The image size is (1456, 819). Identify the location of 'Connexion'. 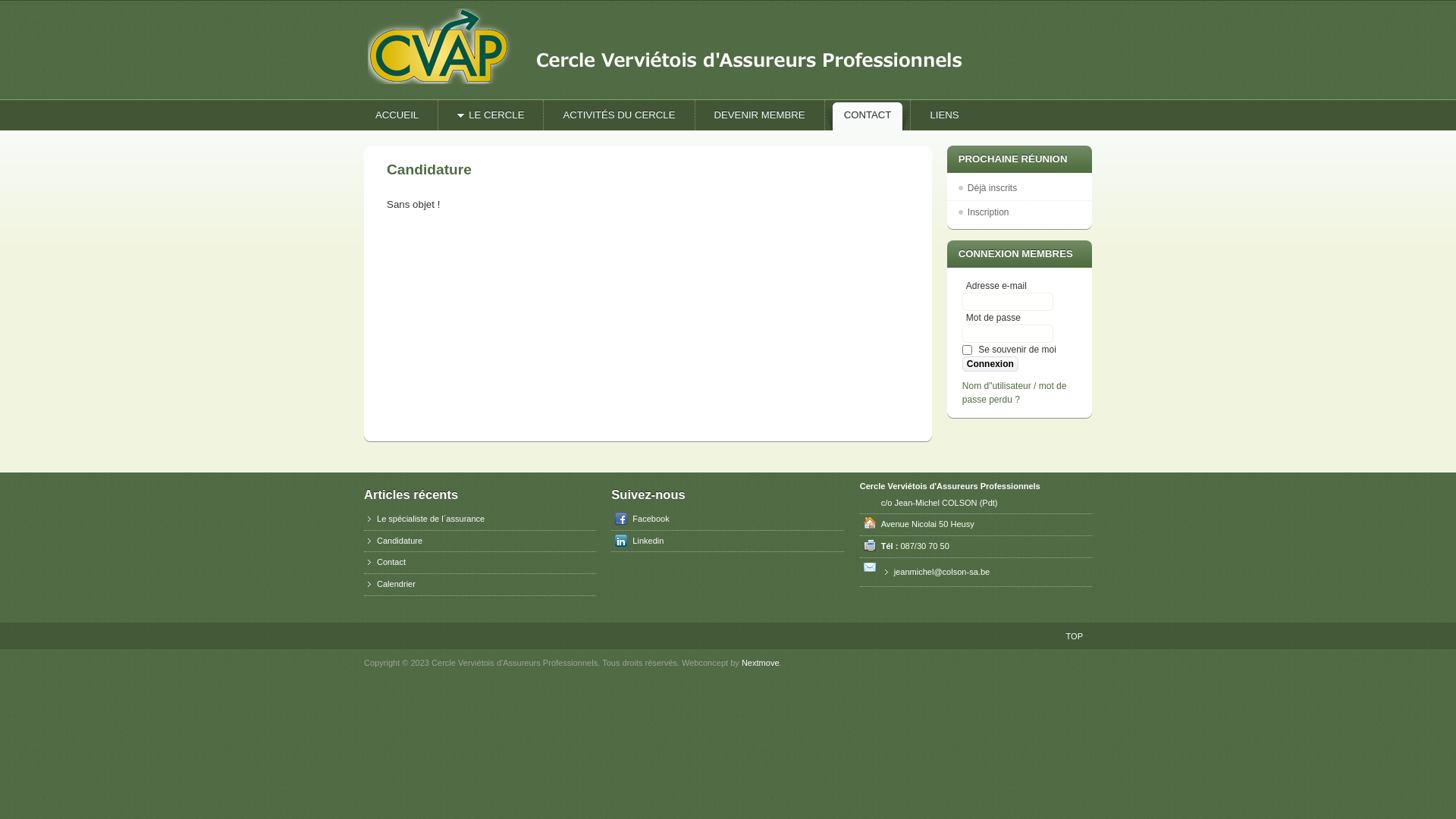
(990, 363).